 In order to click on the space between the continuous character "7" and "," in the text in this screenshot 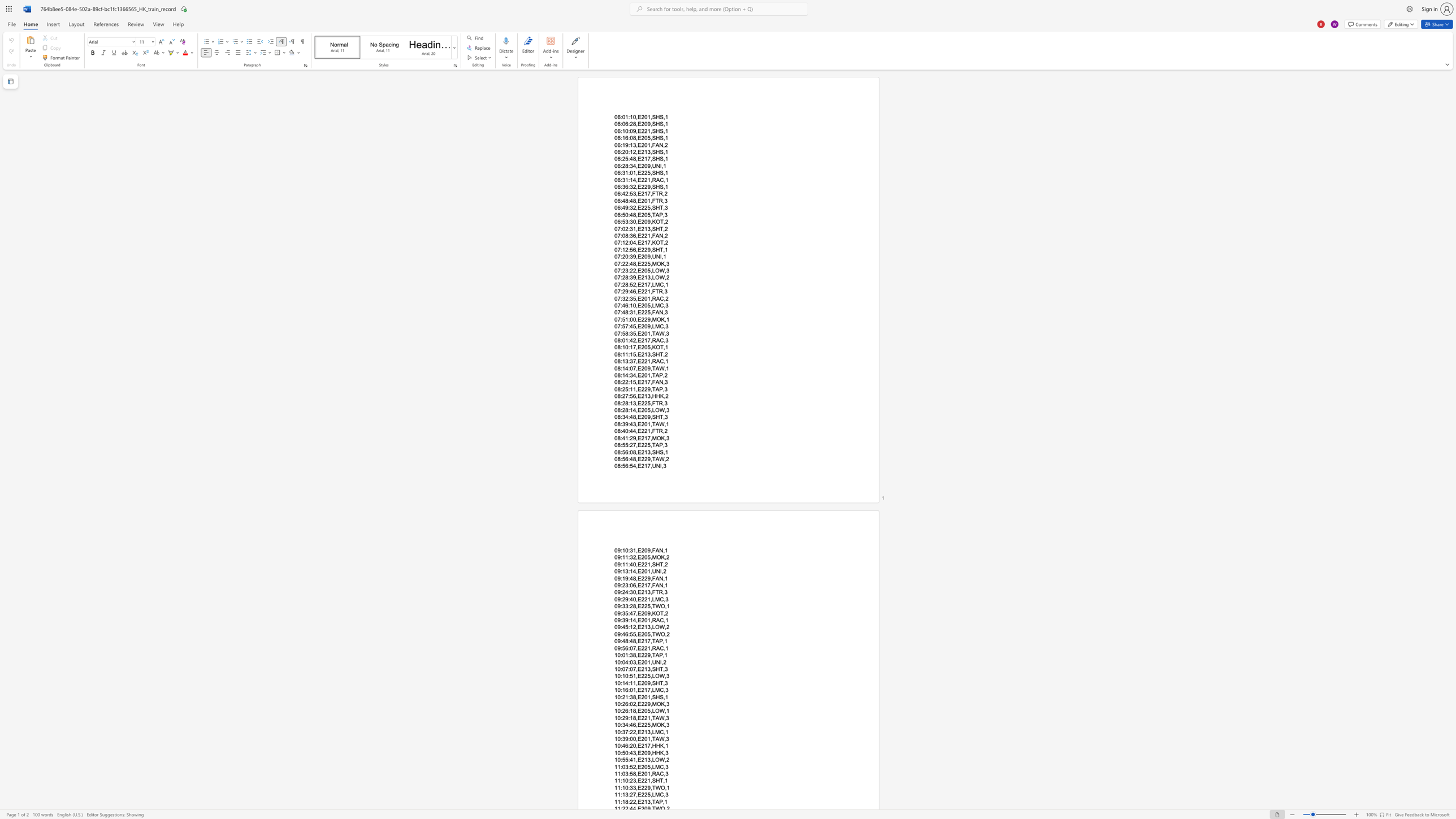, I will do `click(649, 640)`.